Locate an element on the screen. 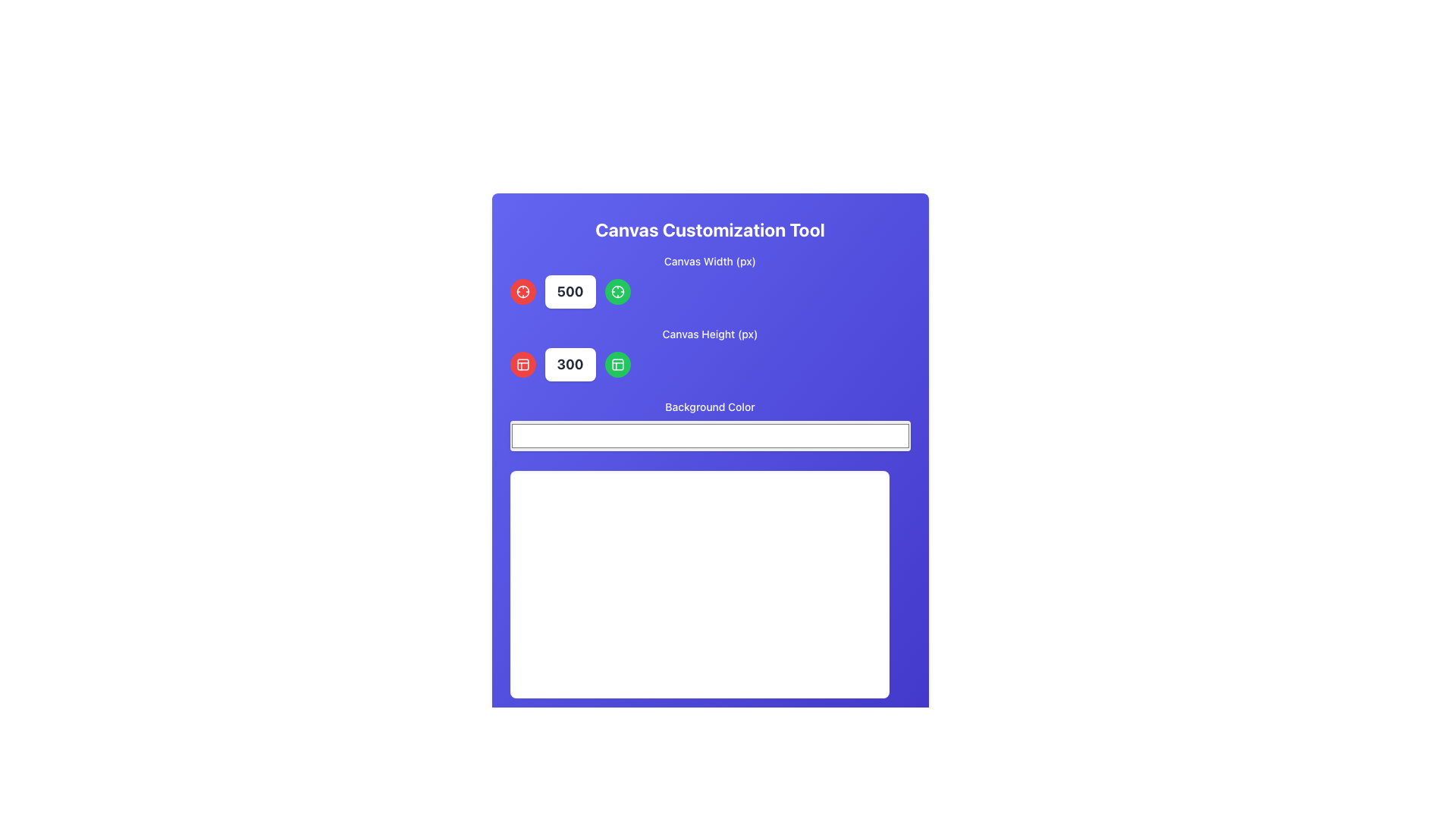  the green button next to the numeric input field labeled 'Canvas Width (px)' to increase the width is located at coordinates (709, 281).